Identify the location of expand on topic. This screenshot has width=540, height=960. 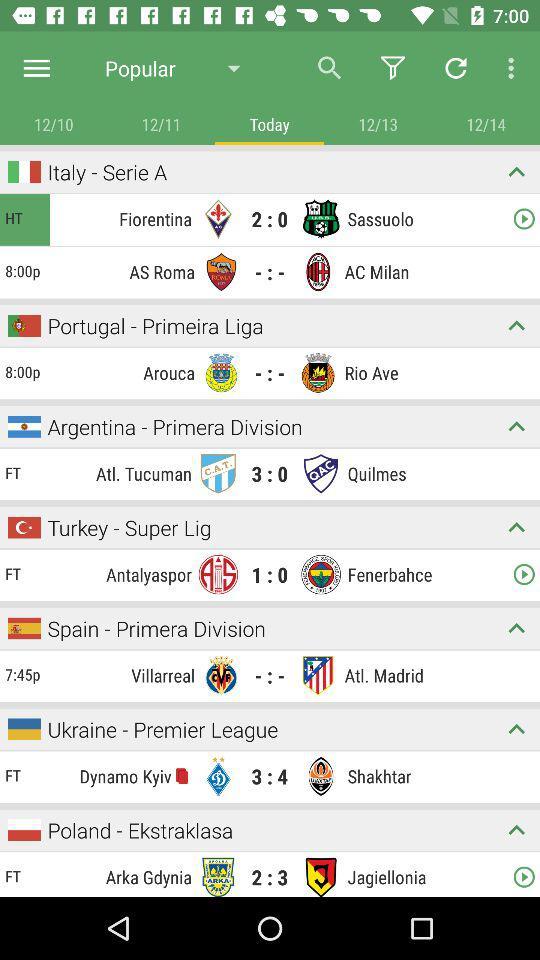
(516, 830).